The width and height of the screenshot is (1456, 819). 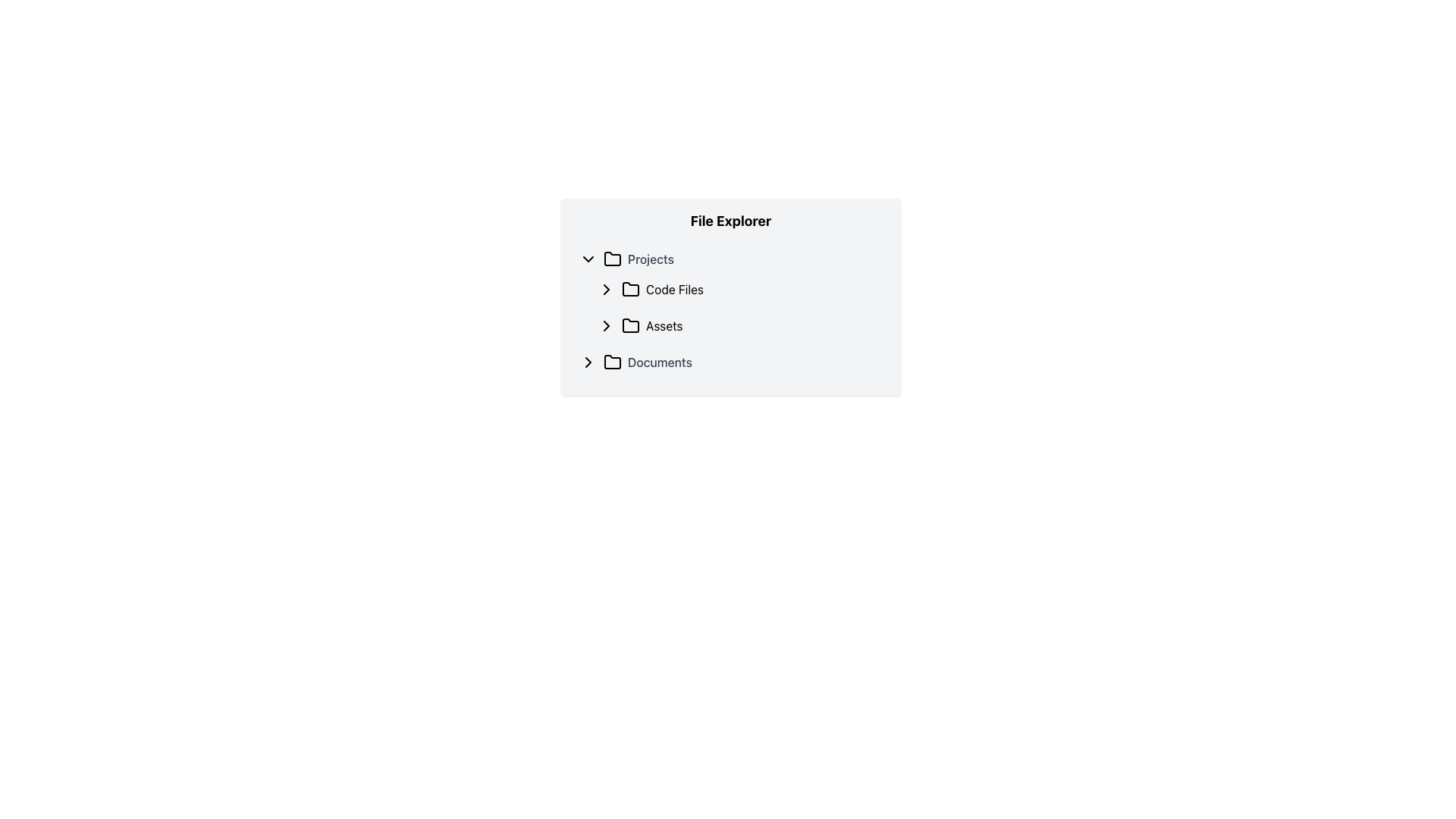 What do you see at coordinates (660, 362) in the screenshot?
I see `the 'Documents' text label located towards the bottom of the vertical list of options, positioned immediately to the right of the folder icon` at bounding box center [660, 362].